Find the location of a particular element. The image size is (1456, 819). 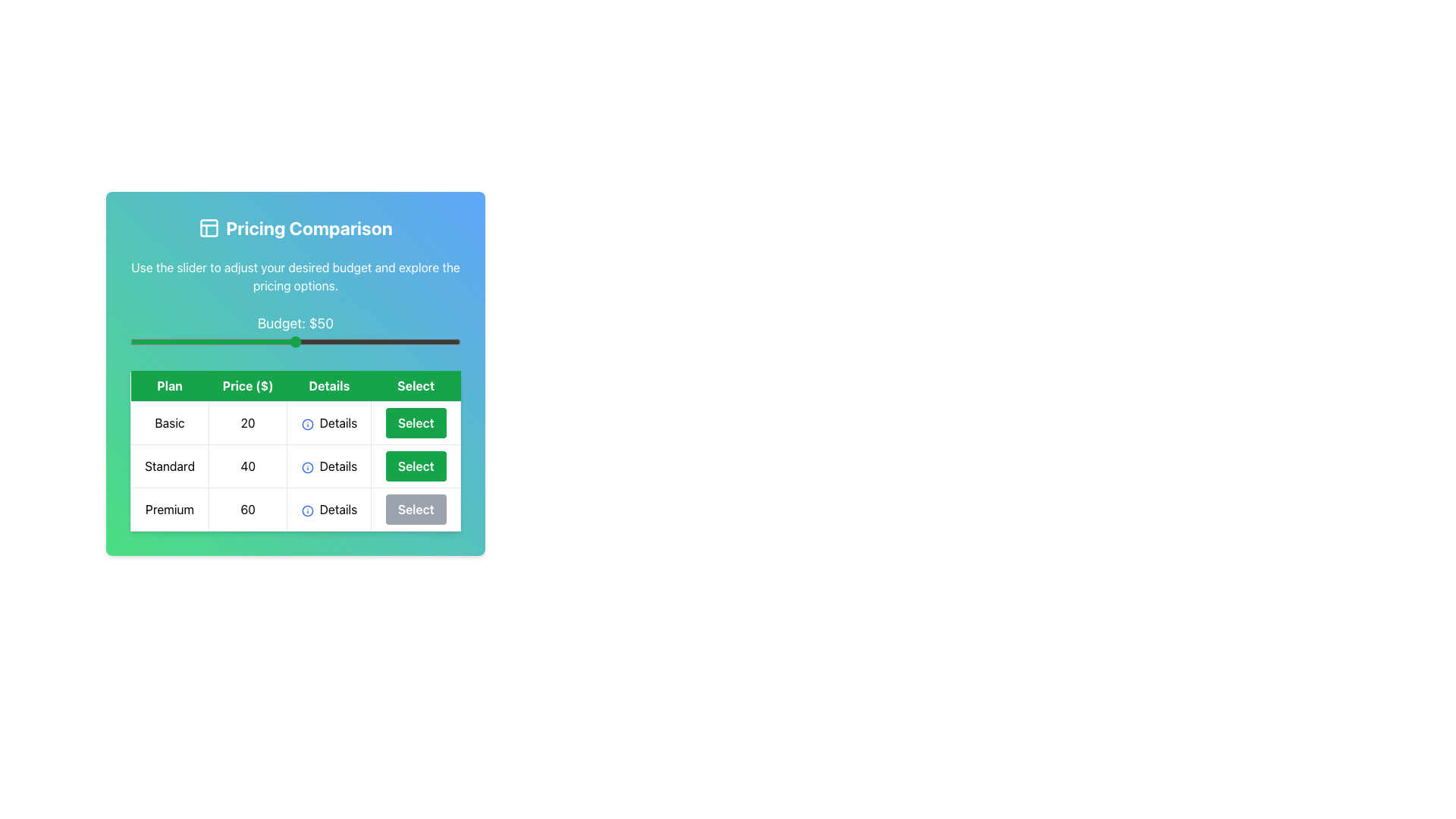

the 'Details' button in the third column of the table row for the 'Standard' plan is located at coordinates (328, 465).